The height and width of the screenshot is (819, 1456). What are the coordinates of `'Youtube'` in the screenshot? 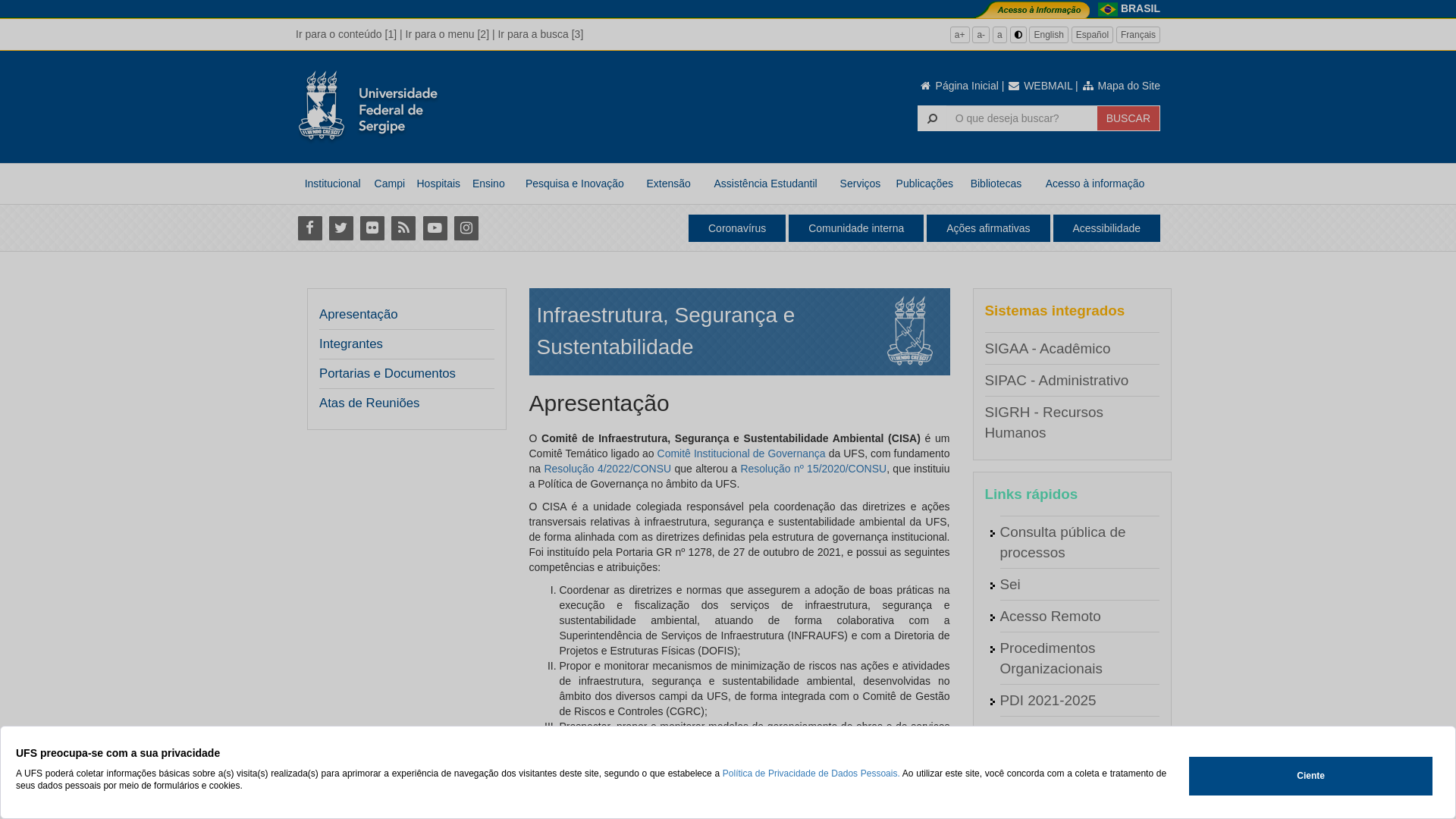 It's located at (421, 227).